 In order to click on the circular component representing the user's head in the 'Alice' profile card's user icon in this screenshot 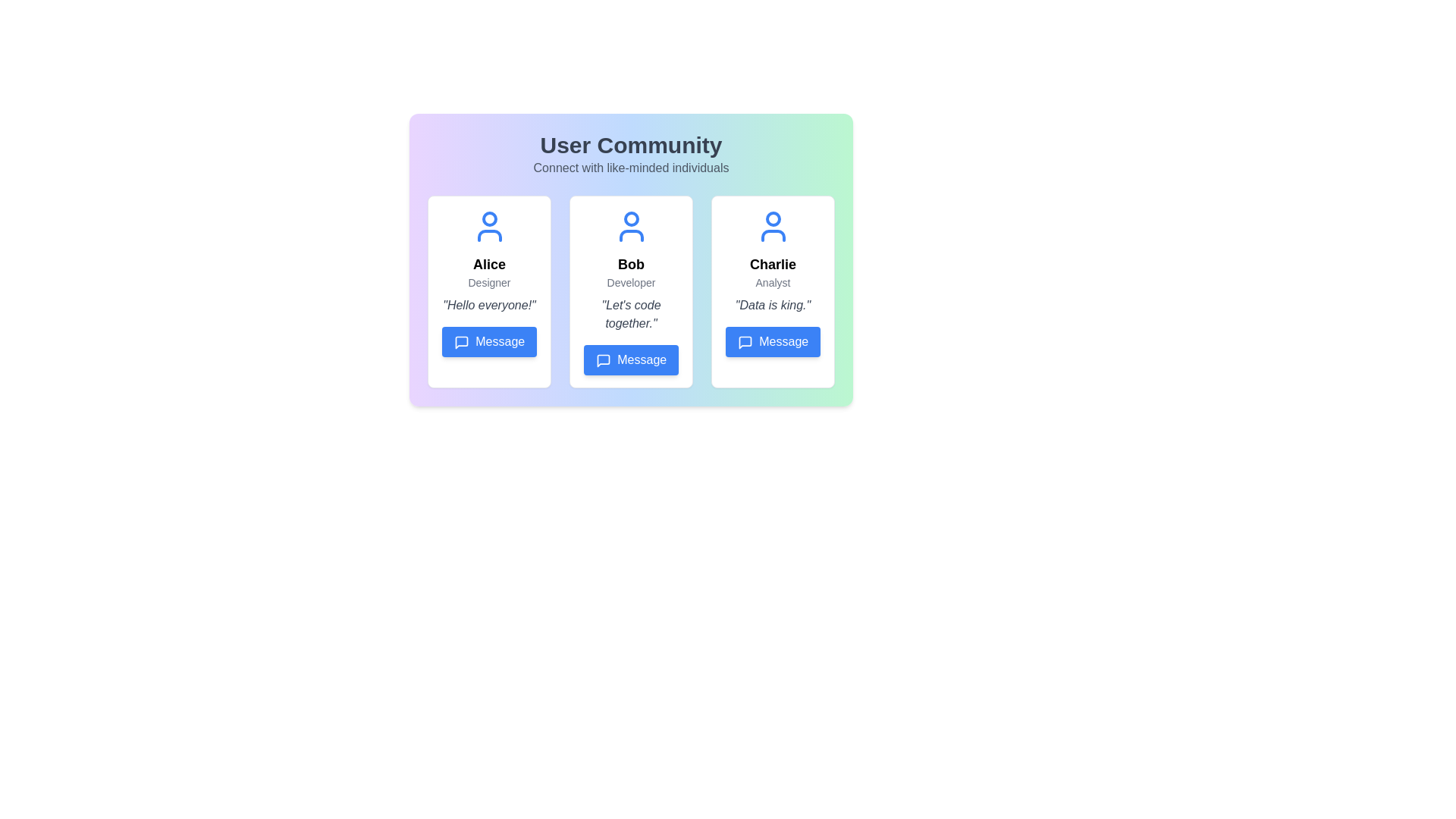, I will do `click(489, 219)`.